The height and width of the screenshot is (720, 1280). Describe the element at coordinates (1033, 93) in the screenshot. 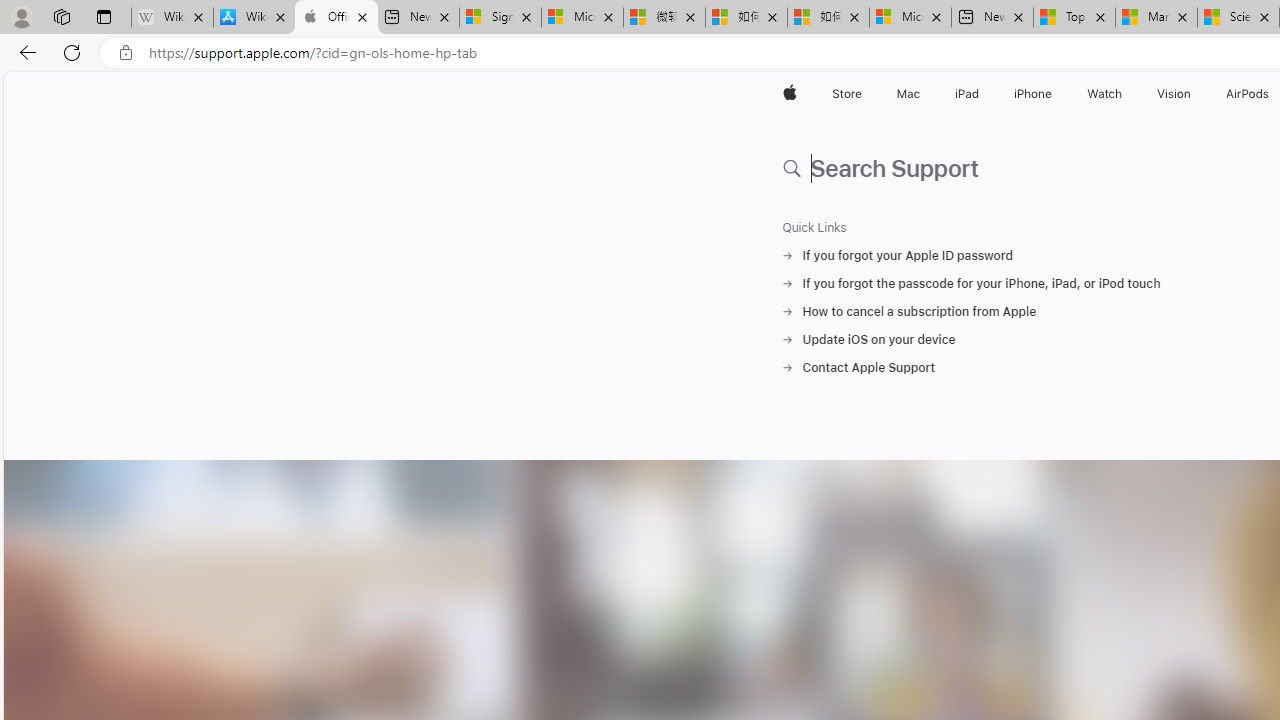

I see `'iPhone'` at that location.